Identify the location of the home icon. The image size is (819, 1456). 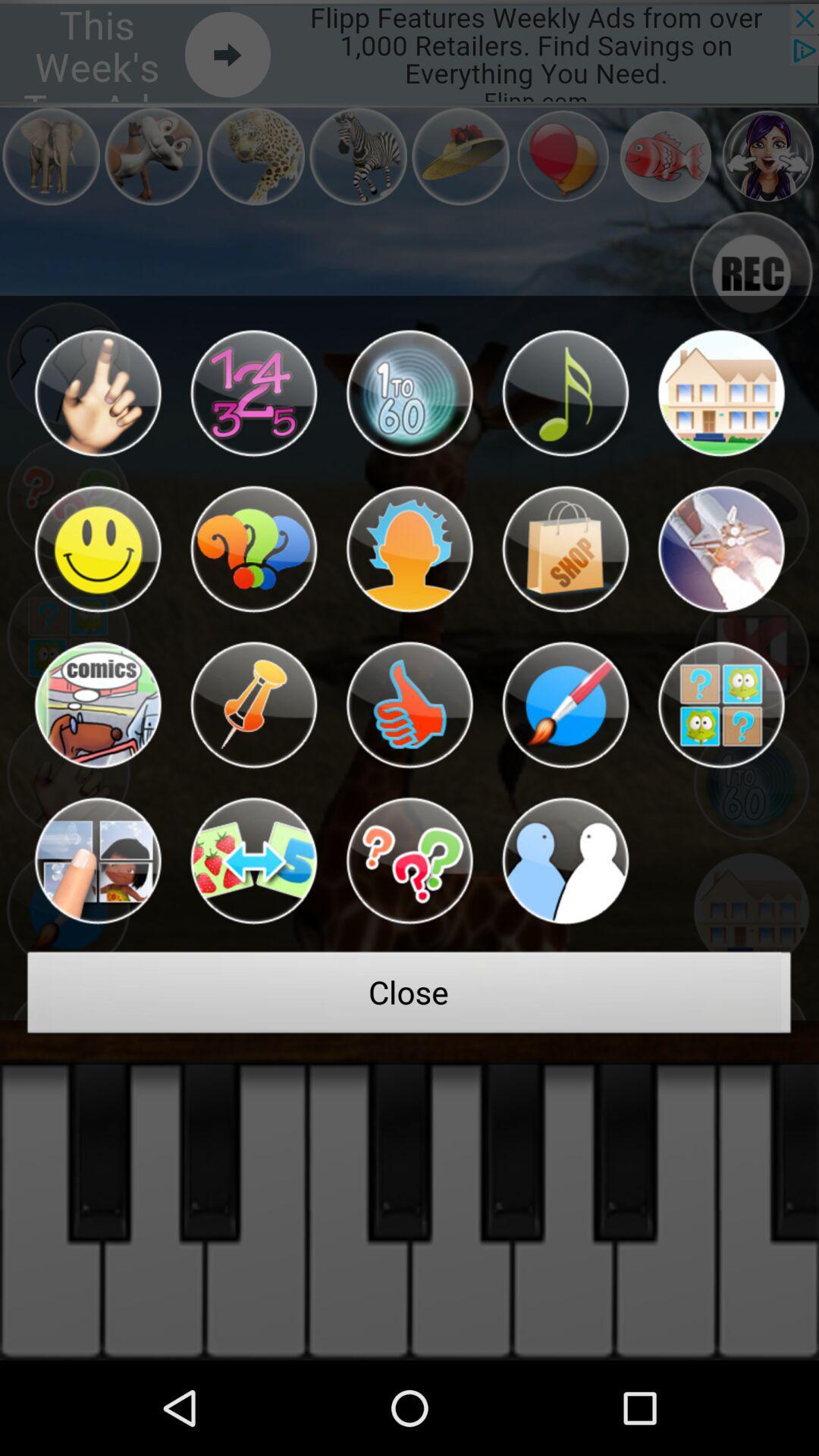
(720, 421).